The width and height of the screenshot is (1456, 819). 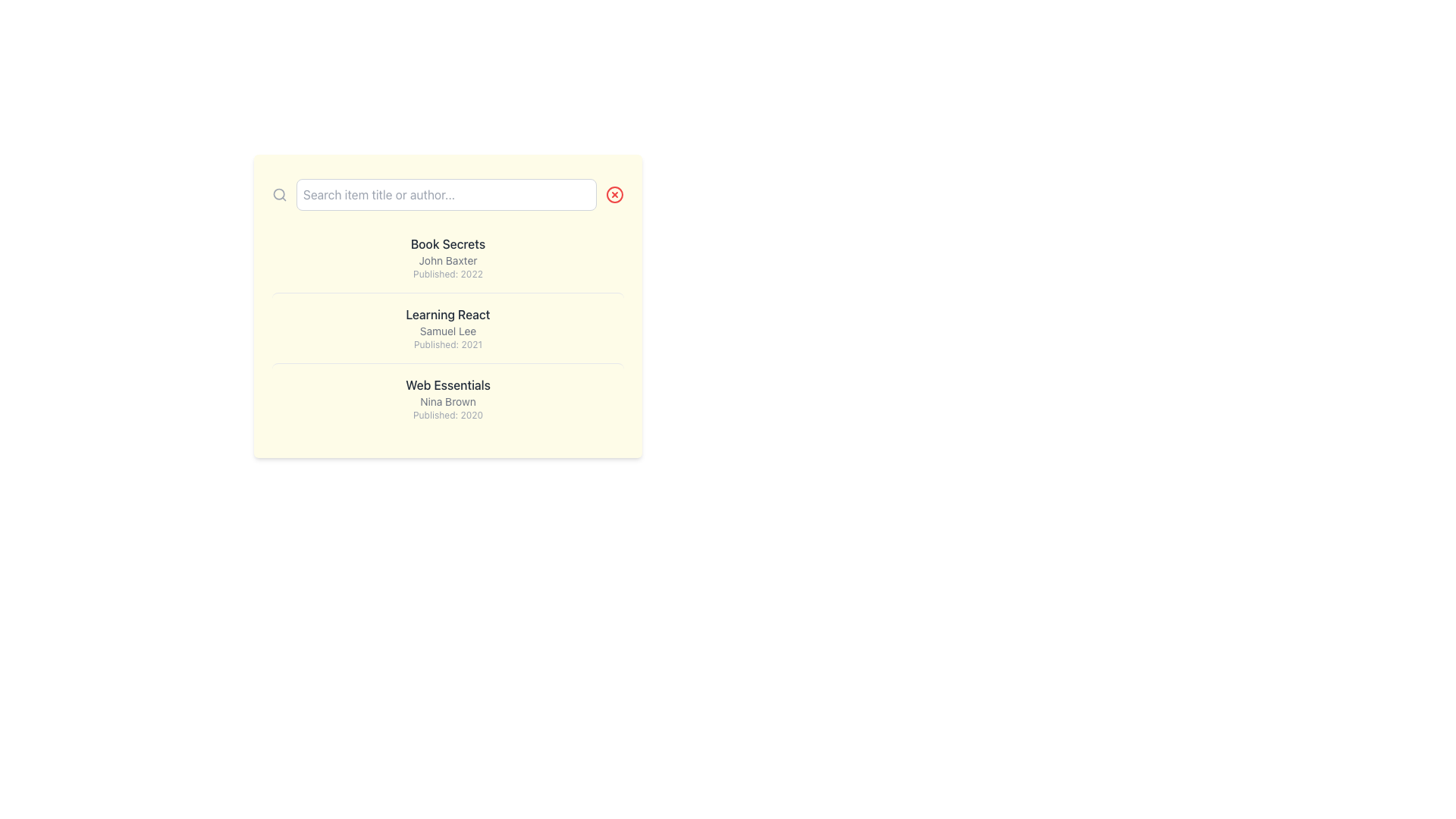 I want to click on the third selectable card in the dropdown list that provides information about a book, including its title, author, and publication year, so click(x=447, y=397).